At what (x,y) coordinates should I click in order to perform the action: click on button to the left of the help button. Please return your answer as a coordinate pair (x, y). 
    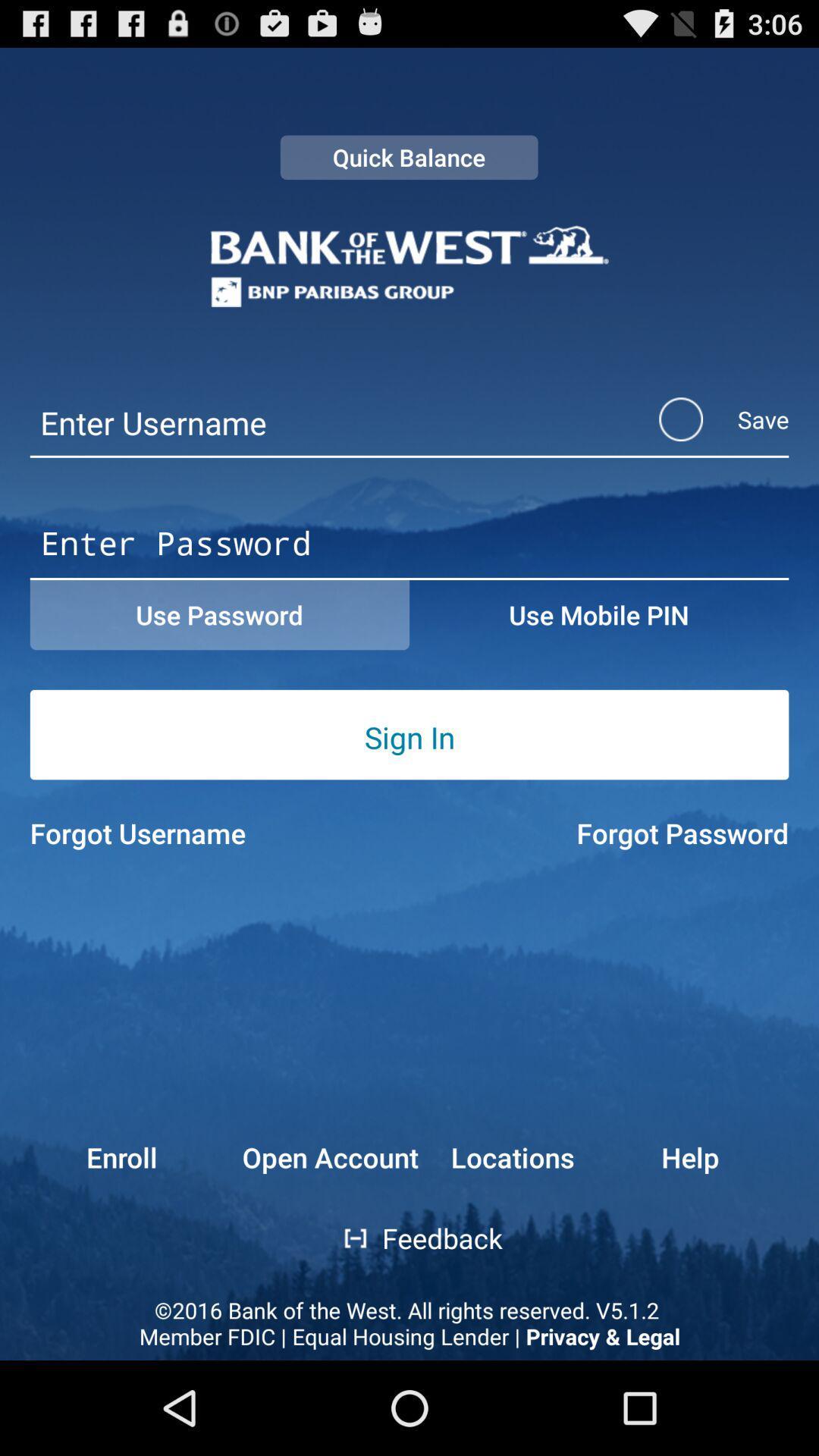
    Looking at the image, I should click on (512, 1156).